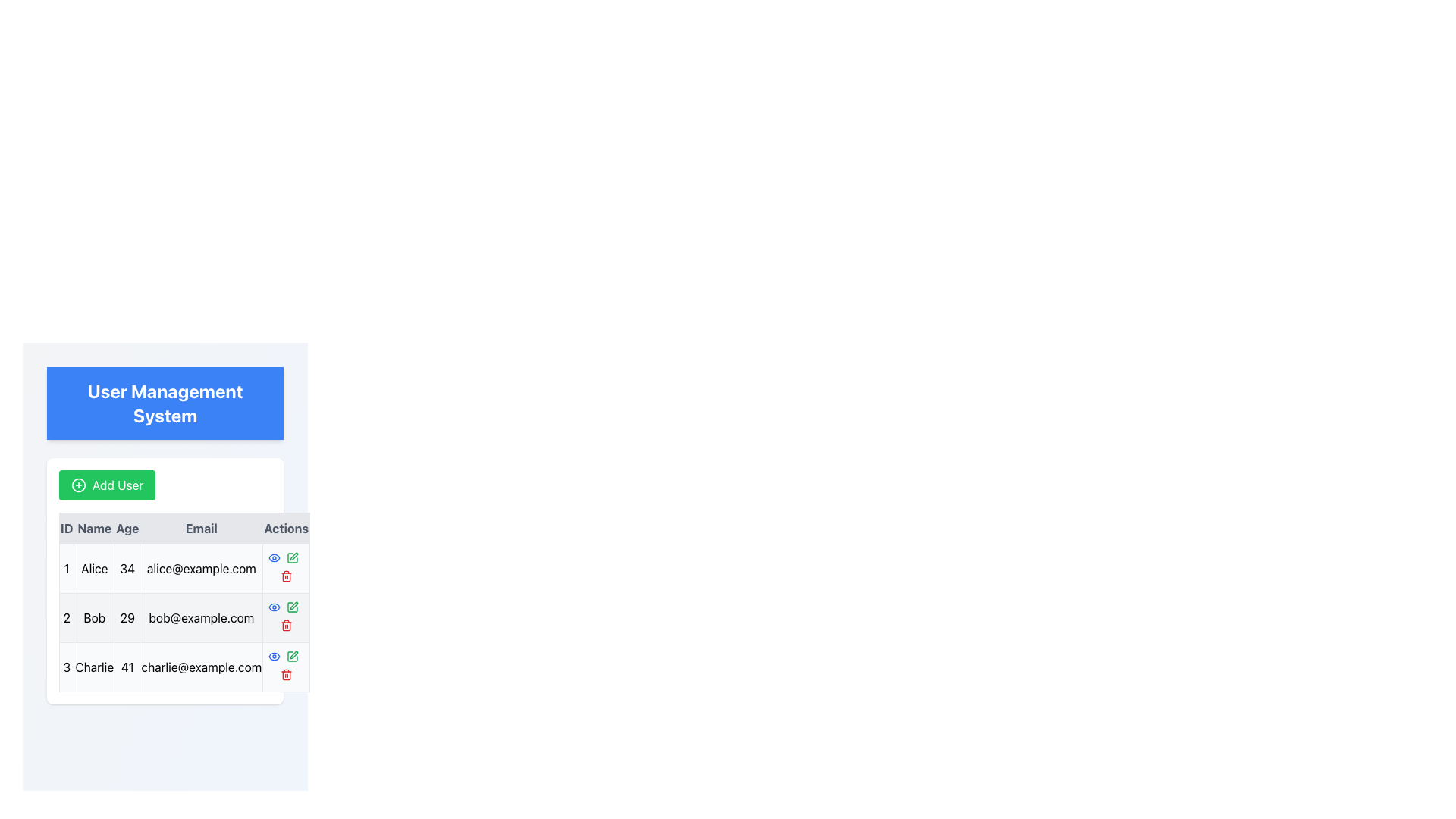  I want to click on the green 'Add User' button with rounded corners located below the 'User Management System' header, so click(106, 485).